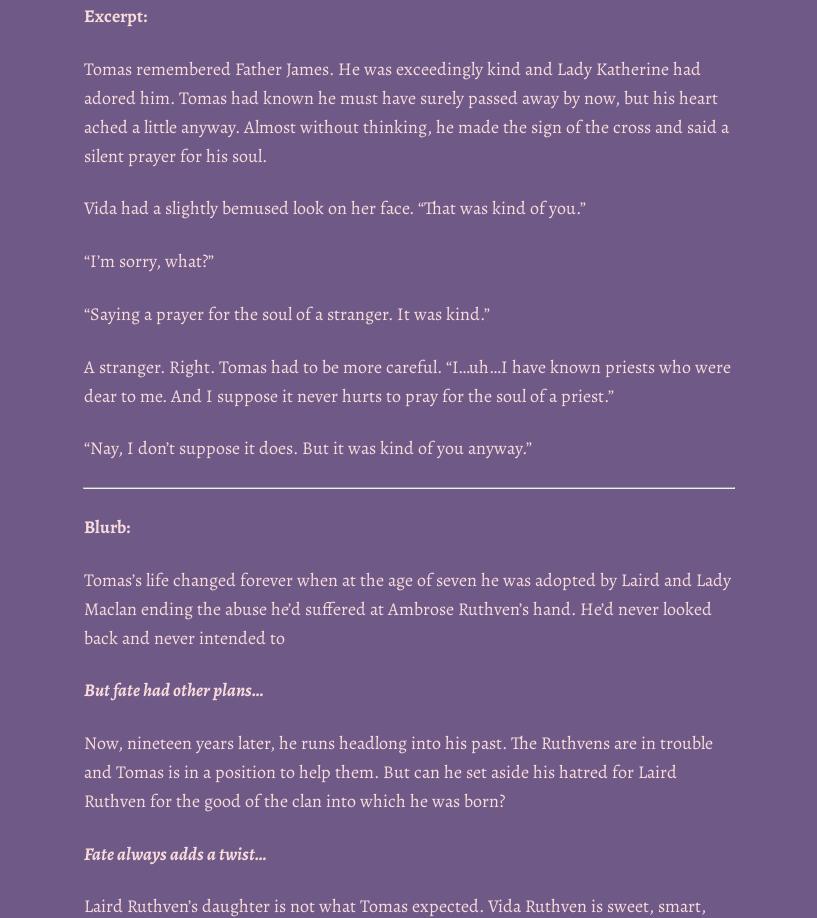 This screenshot has width=817, height=918. What do you see at coordinates (172, 688) in the screenshot?
I see `'But fate had other plans…'` at bounding box center [172, 688].